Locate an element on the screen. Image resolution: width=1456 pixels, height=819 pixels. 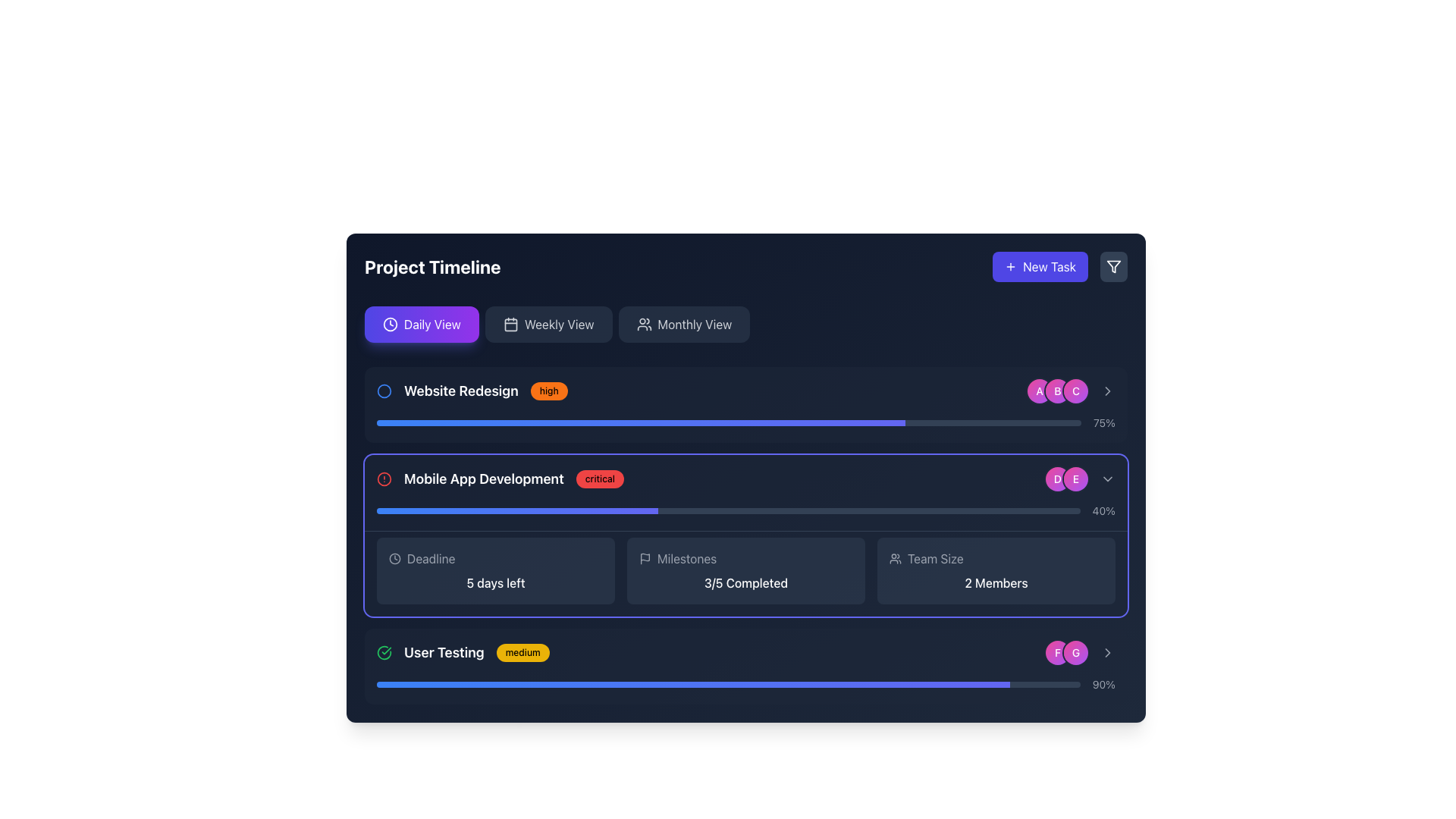
the static text display that shows '2 Members' within the 'Team Size' section of the dashboard is located at coordinates (996, 582).